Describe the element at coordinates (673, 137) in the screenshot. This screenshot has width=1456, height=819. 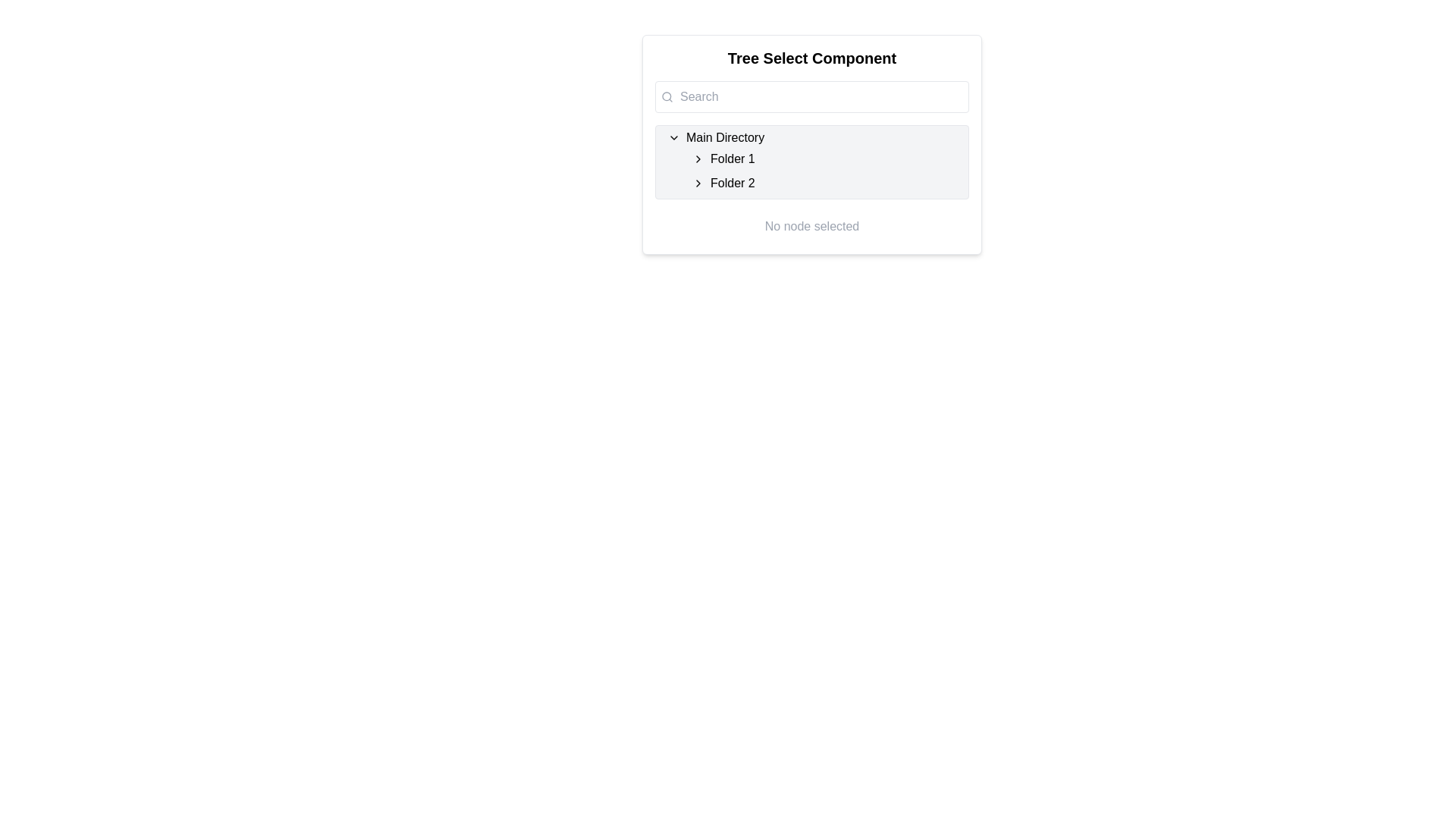
I see `the downward-pointing chevron-shaped icon located to the left of the 'Main Directory' text` at that location.